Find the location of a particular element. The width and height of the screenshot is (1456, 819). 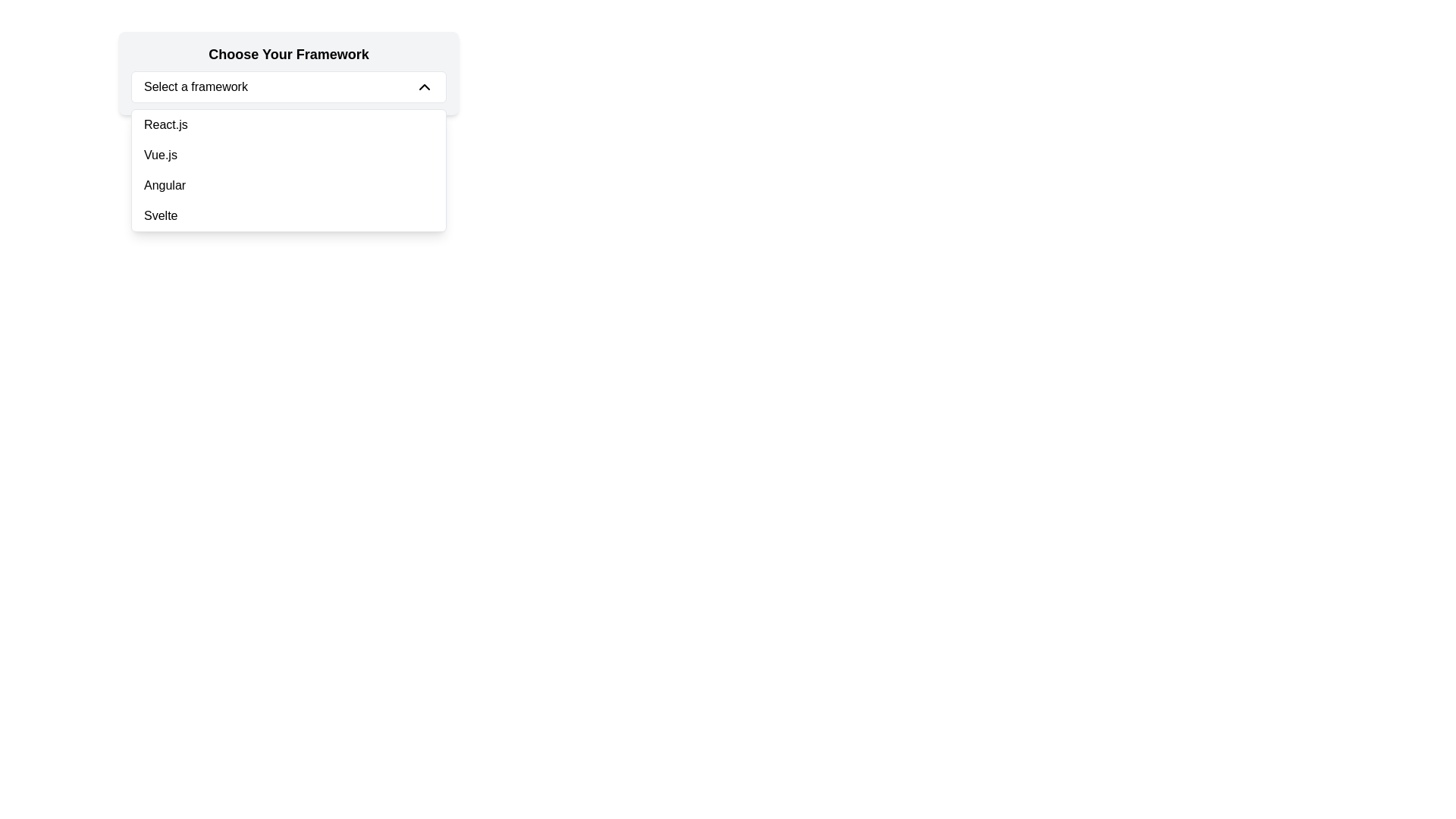

the heading text that reads 'Choose Your Framework', which is styled in bold and slightly larger font, located at the top of the section above the 'Select a framework' dropdown is located at coordinates (288, 54).